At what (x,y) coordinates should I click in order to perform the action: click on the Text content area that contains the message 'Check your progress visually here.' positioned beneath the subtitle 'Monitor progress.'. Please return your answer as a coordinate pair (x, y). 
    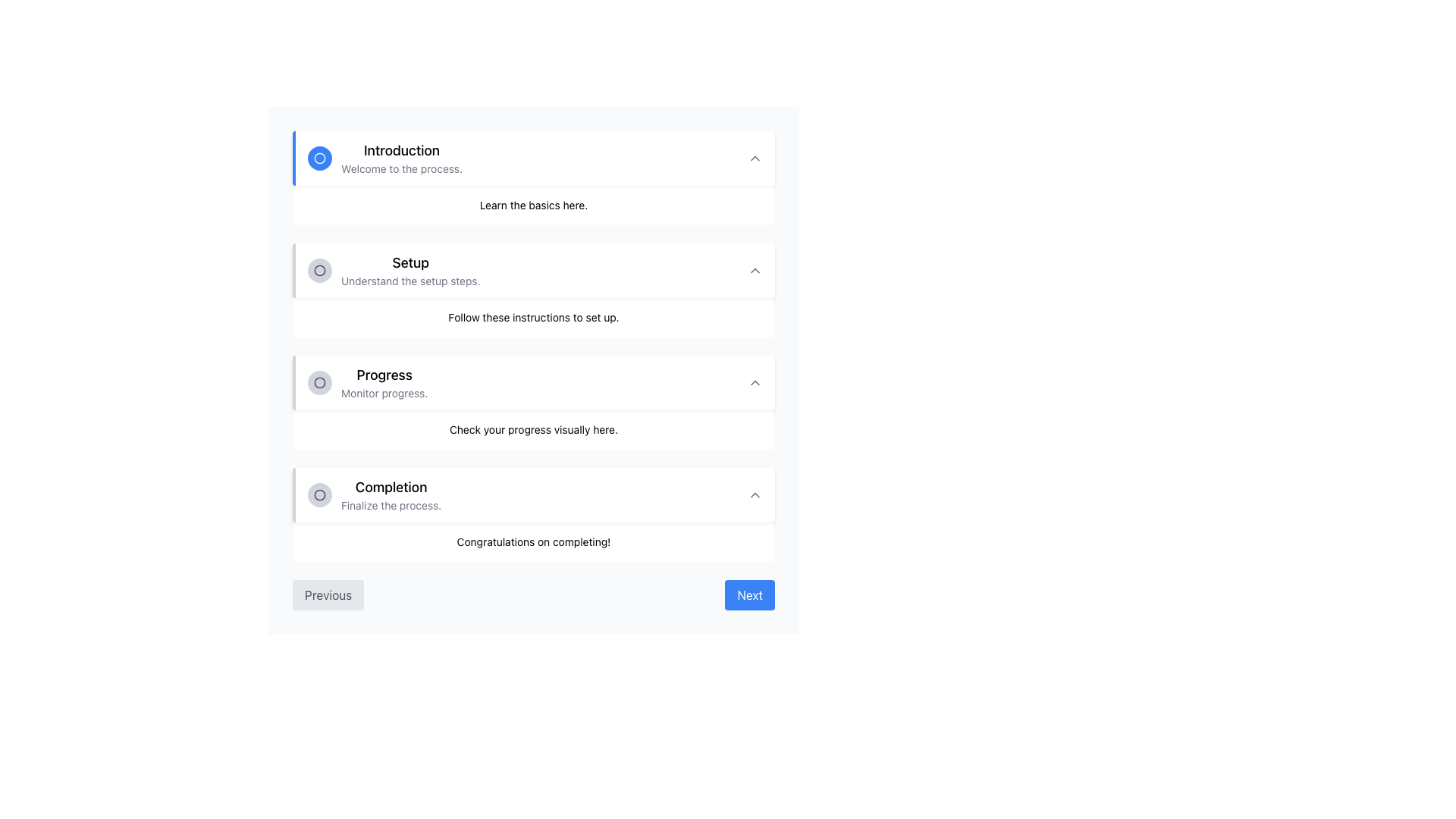
    Looking at the image, I should click on (534, 430).